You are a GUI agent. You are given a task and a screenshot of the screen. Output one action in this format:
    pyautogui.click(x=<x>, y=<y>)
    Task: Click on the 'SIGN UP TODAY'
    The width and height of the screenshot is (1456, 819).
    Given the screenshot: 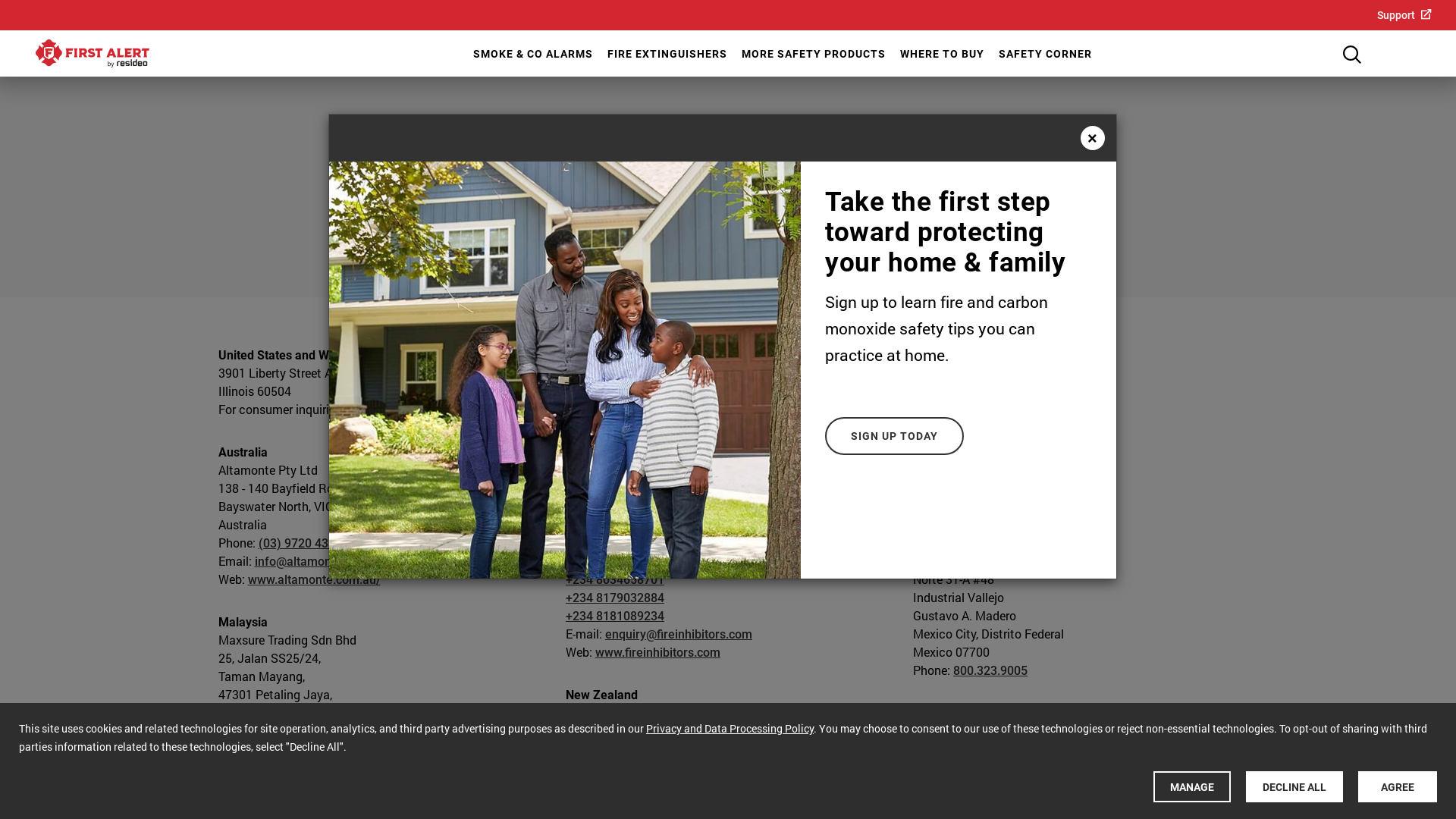 What is the action you would take?
    pyautogui.click(x=894, y=435)
    